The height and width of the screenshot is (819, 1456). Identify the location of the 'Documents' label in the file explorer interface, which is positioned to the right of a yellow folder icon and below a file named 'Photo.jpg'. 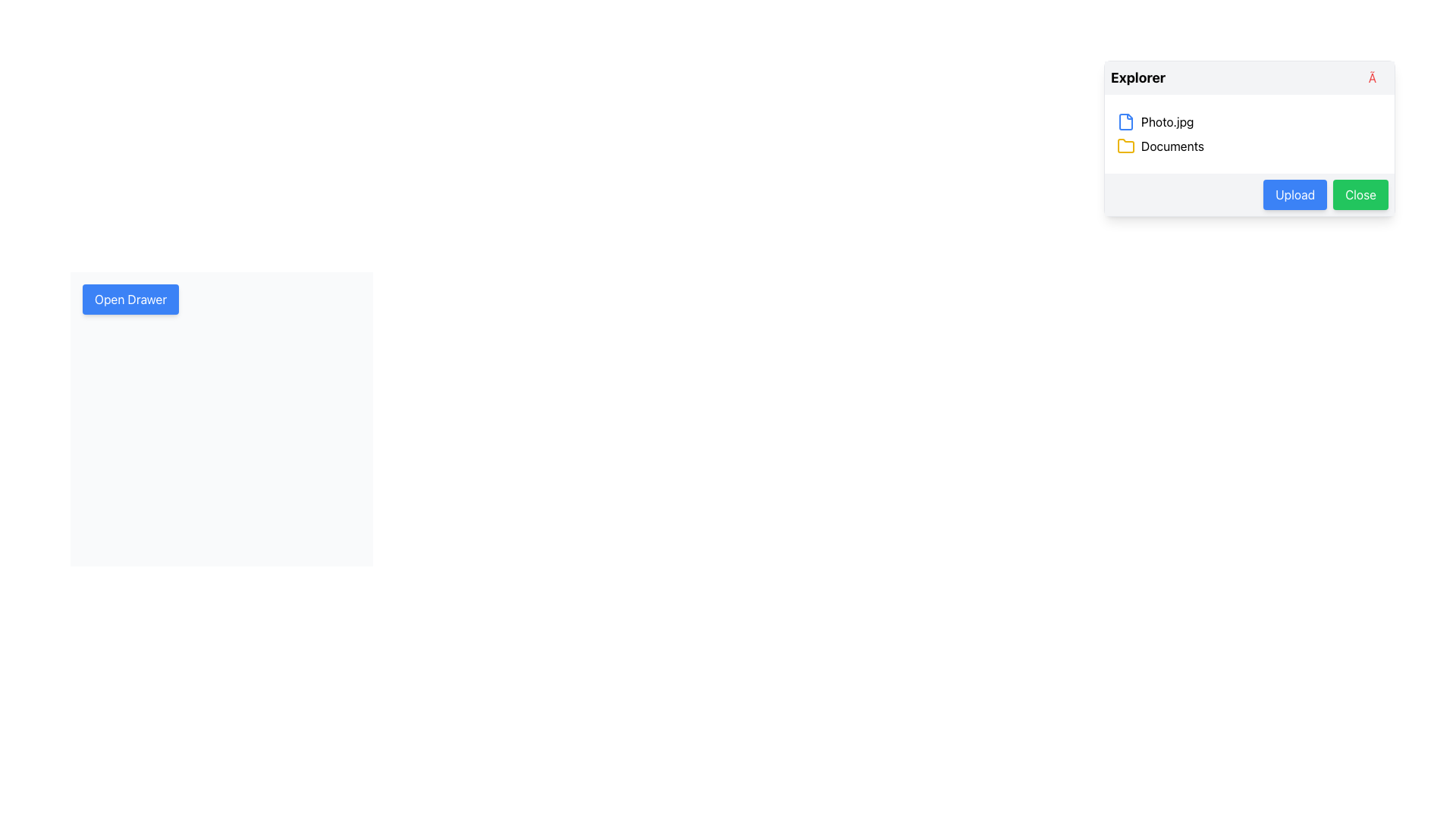
(1172, 146).